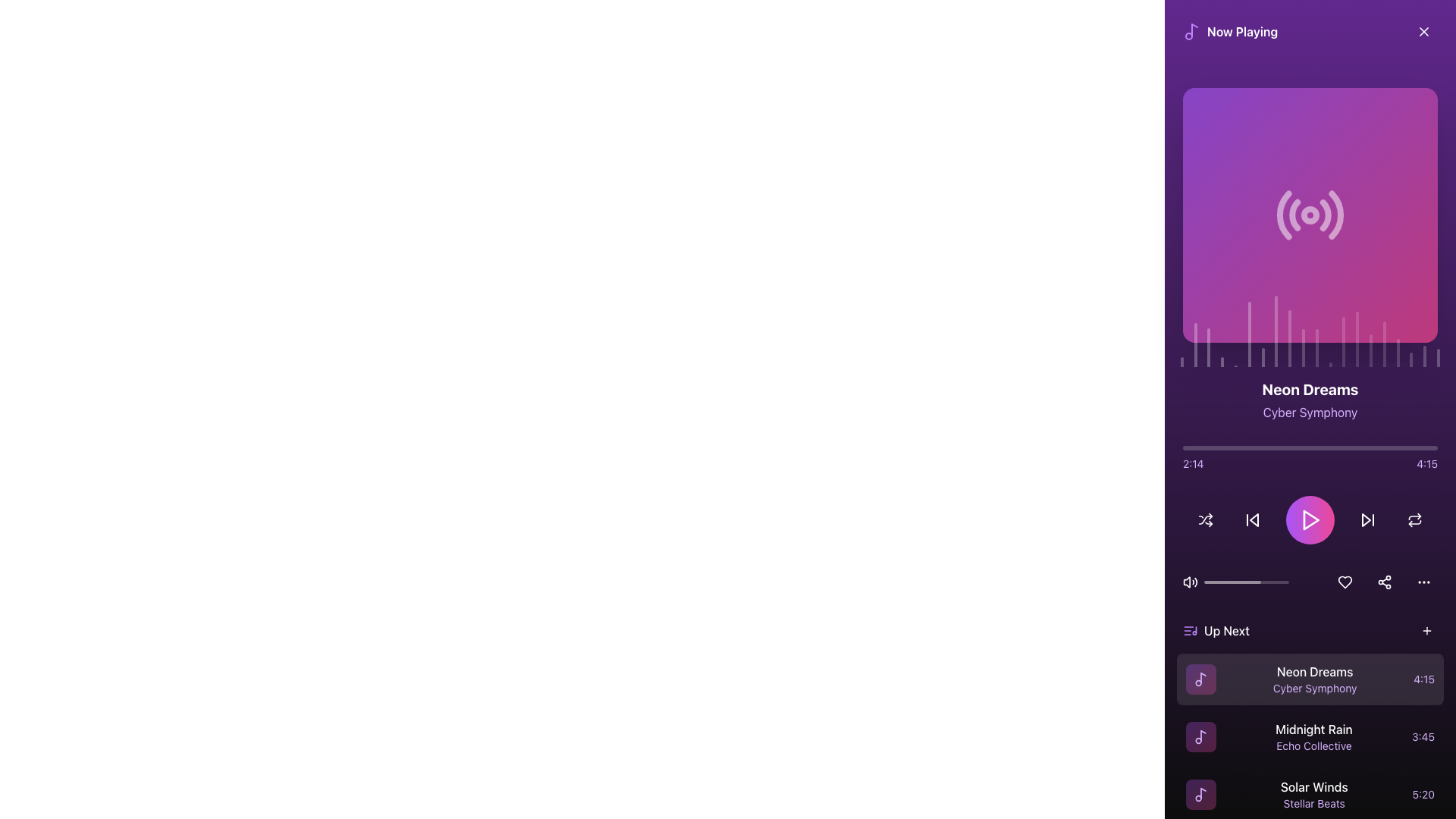 The image size is (1456, 819). I want to click on the heart-shaped icon in the lower section of the music player interface, so click(1345, 581).